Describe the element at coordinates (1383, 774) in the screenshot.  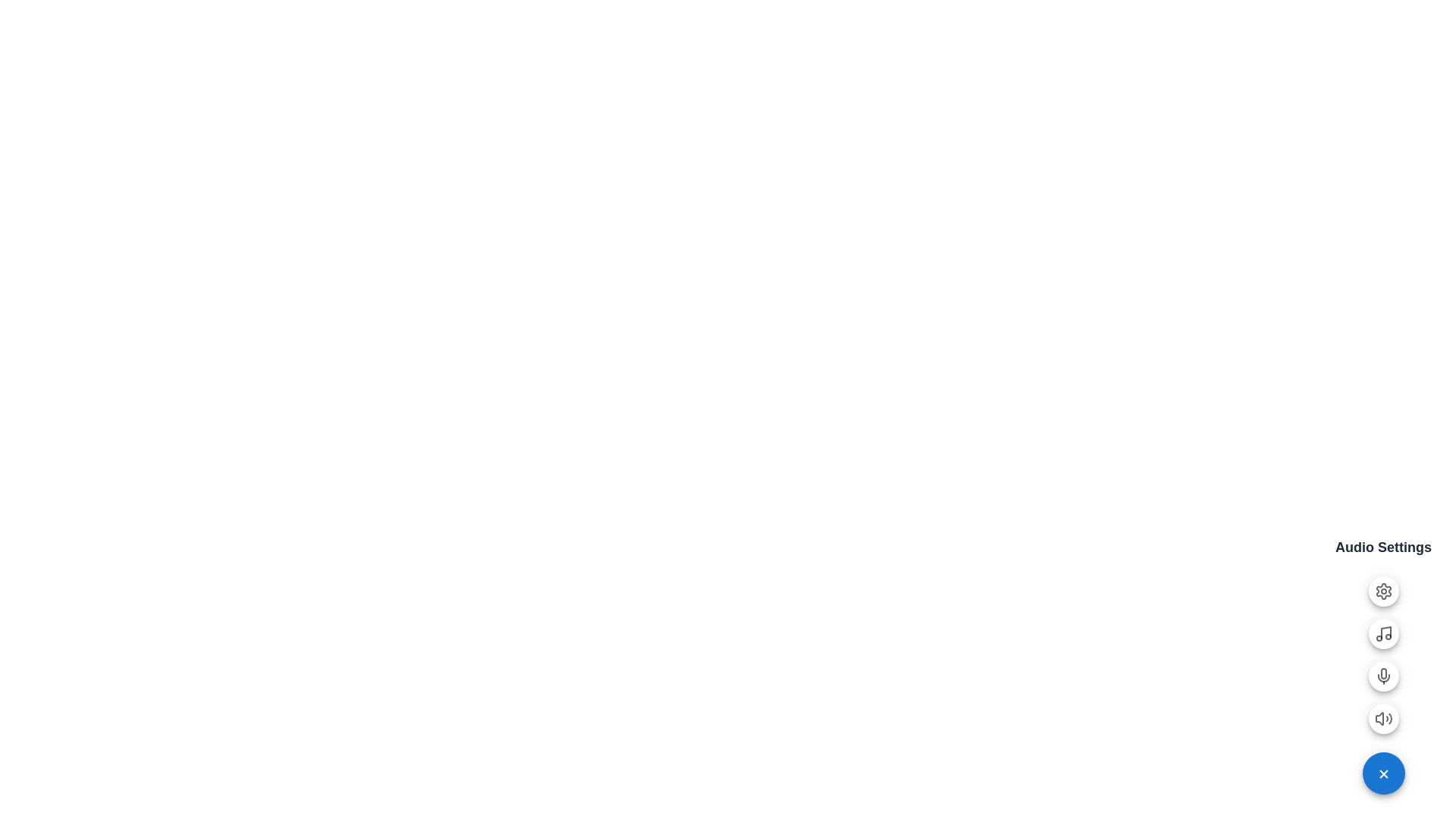
I see `the bottom-most circular button in the vertical stack located in the bottom-right corner of the interface` at that location.